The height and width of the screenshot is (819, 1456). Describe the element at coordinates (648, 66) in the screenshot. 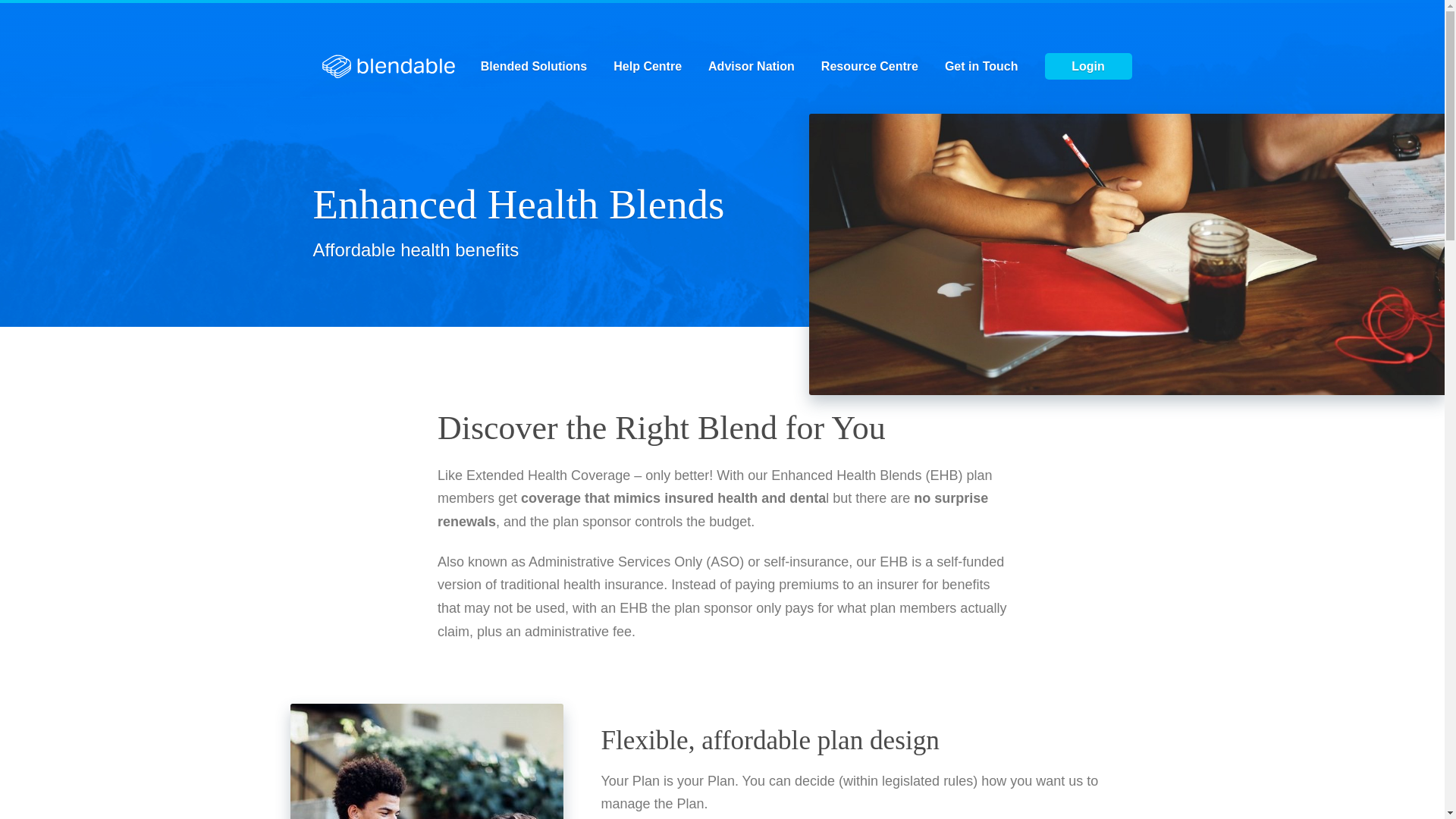

I see `'Help Centre'` at that location.